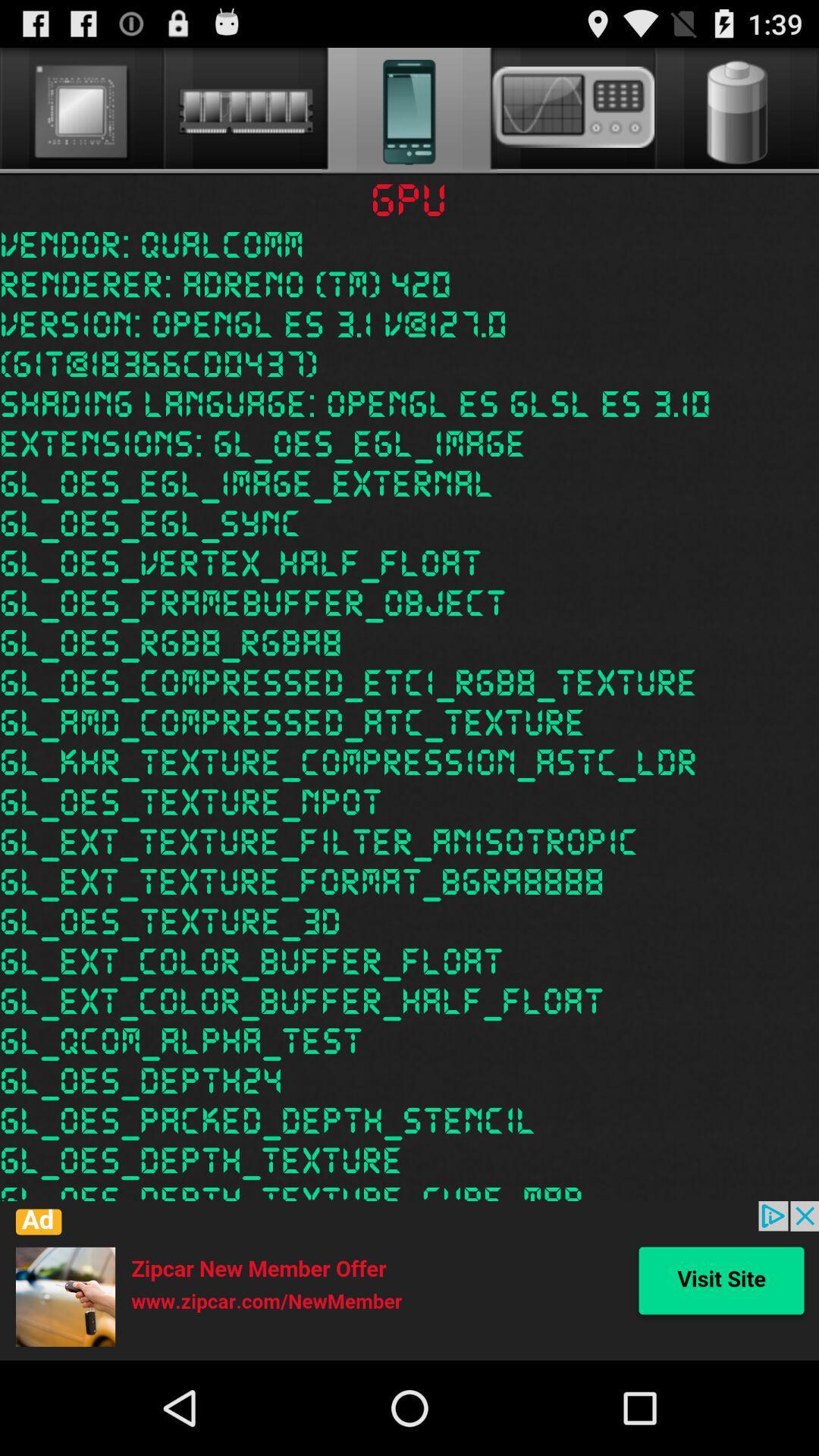 Image resolution: width=819 pixels, height=1456 pixels. I want to click on visualizar anncio, so click(409, 1280).